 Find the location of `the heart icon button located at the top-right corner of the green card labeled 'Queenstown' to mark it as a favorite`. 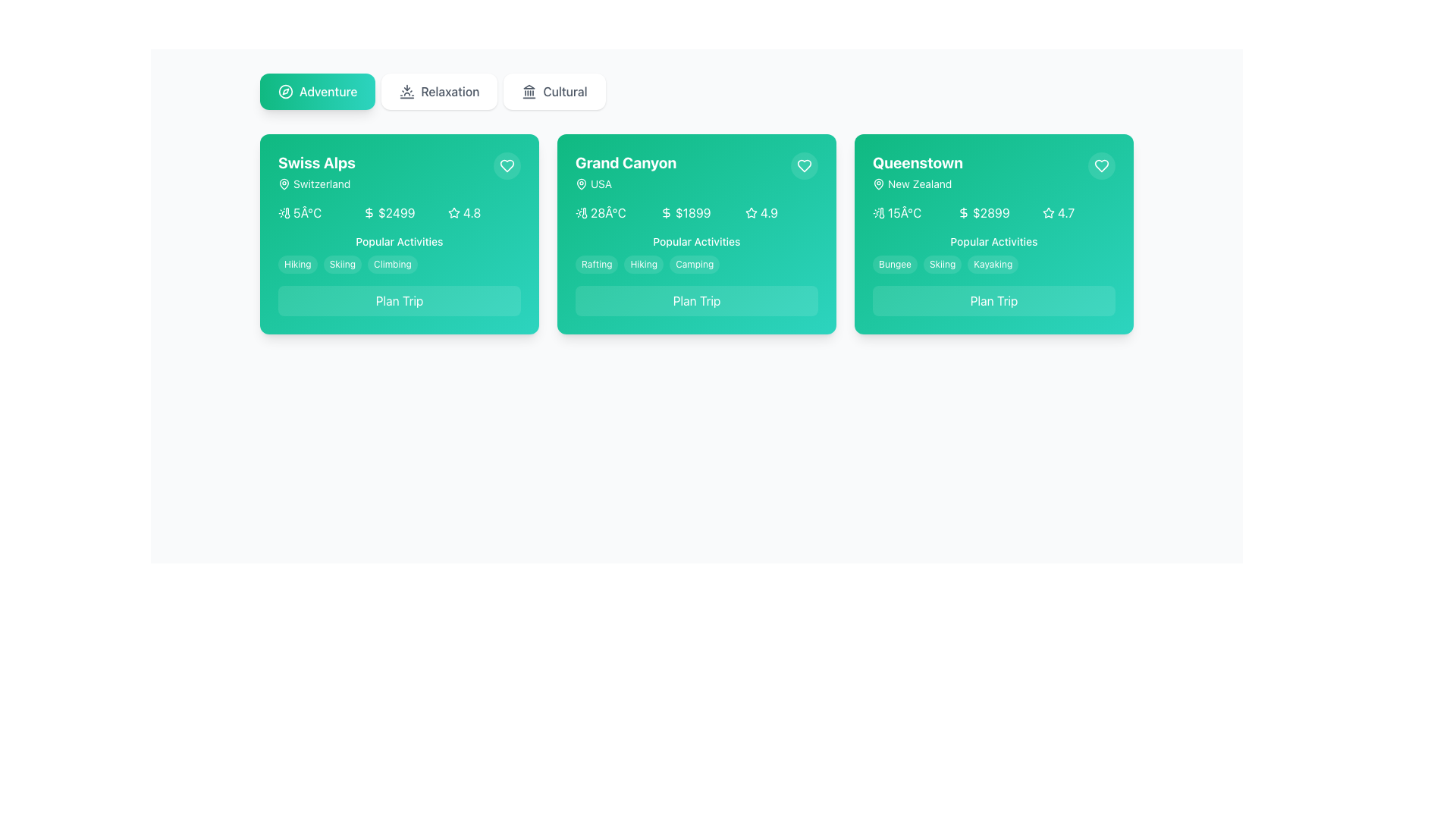

the heart icon button located at the top-right corner of the green card labeled 'Queenstown' to mark it as a favorite is located at coordinates (1102, 166).